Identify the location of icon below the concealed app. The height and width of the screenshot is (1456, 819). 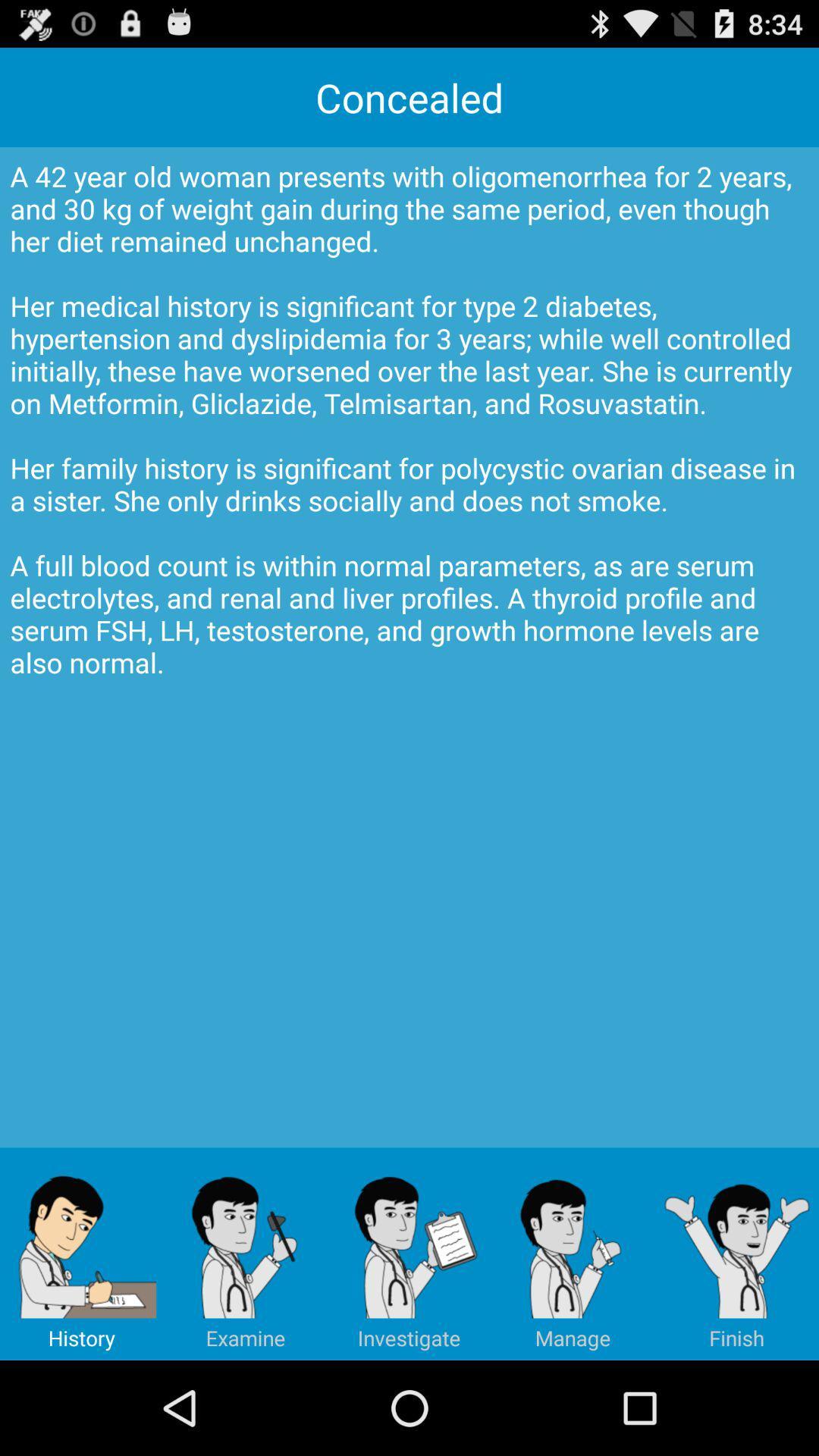
(409, 647).